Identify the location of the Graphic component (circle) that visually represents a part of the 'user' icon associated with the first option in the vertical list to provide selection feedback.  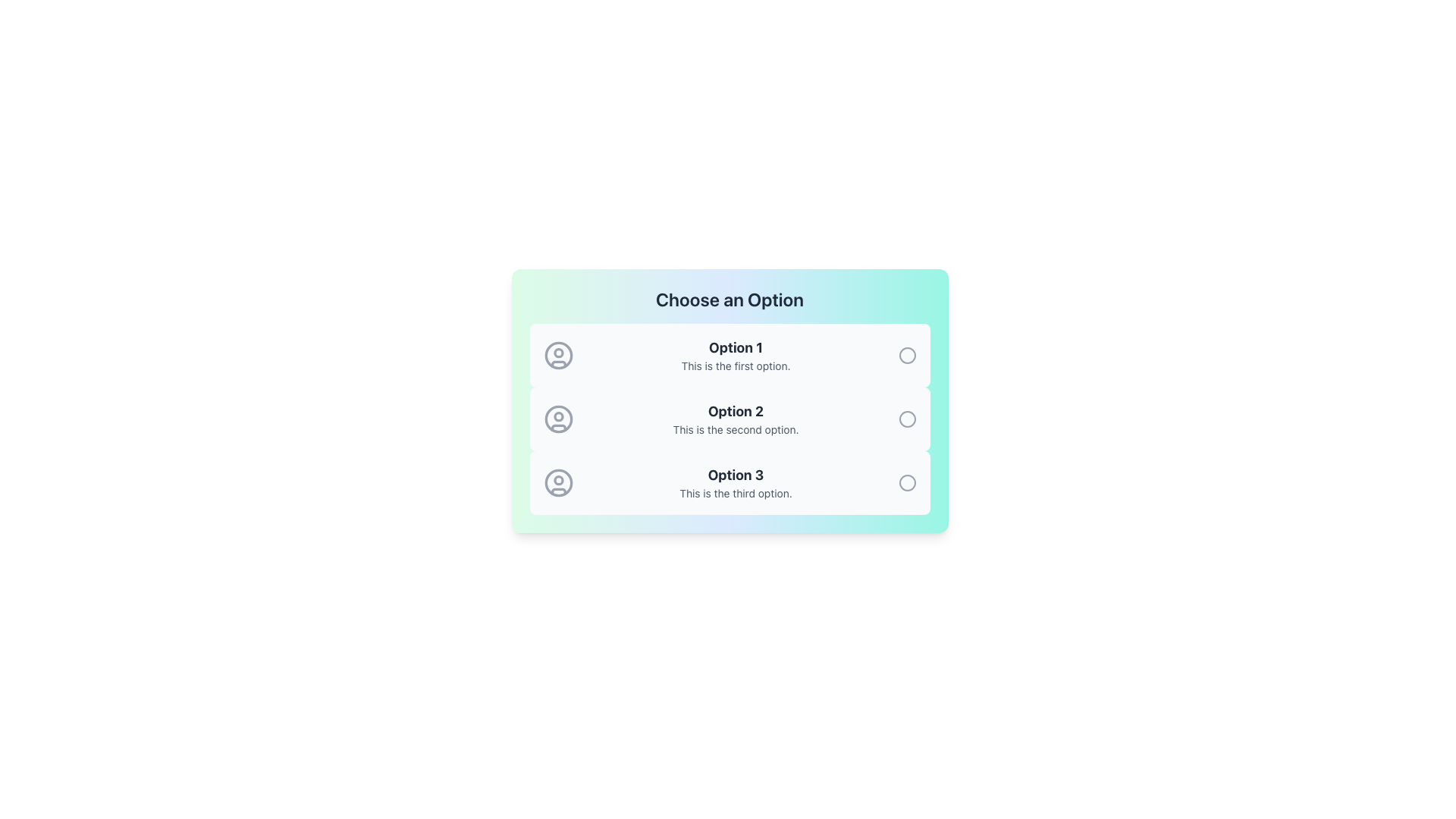
(557, 356).